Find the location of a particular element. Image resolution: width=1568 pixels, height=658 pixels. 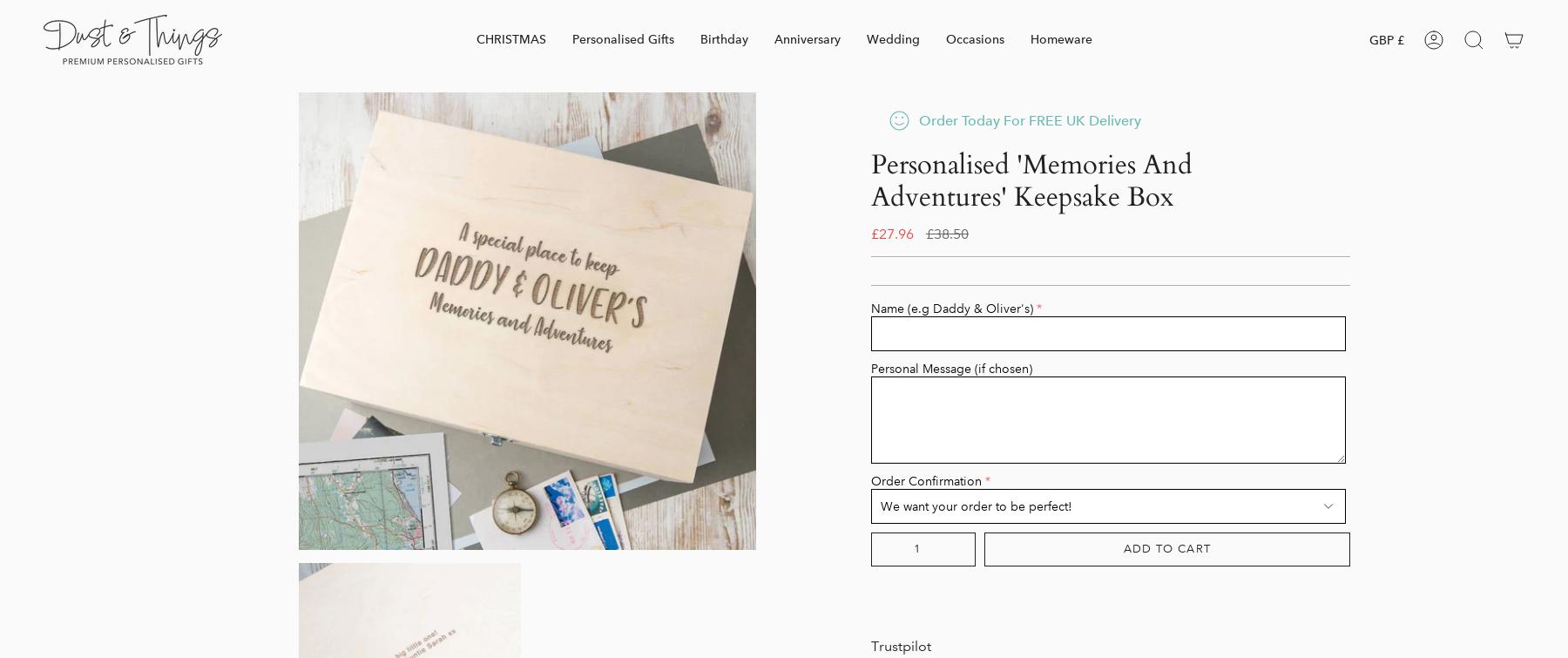

'apply.' is located at coordinates (909, 630).